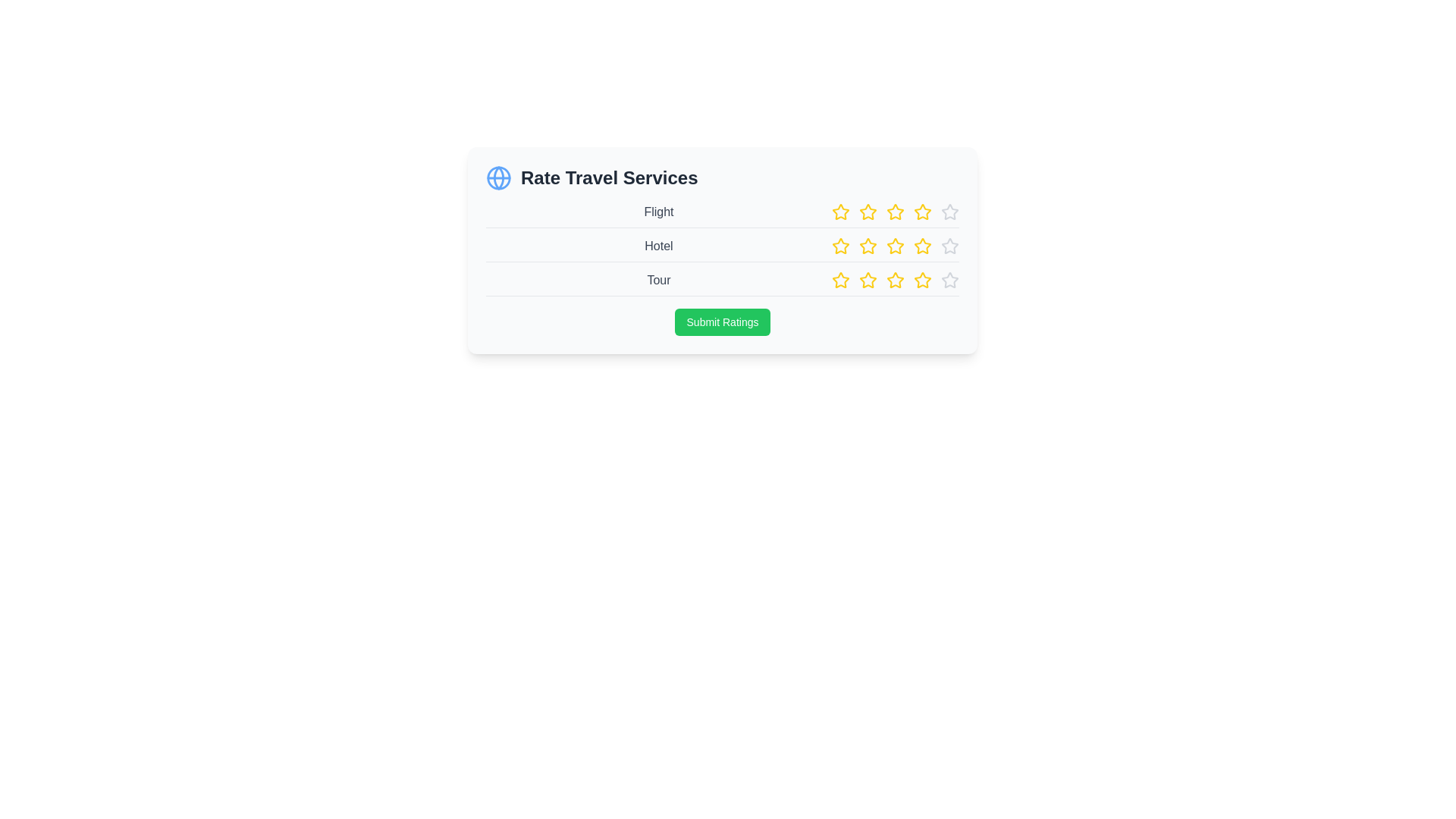  Describe the element at coordinates (949, 212) in the screenshot. I see `the fifth star icon in the rating row labeled 'Flight' to assign a fifth rating` at that location.